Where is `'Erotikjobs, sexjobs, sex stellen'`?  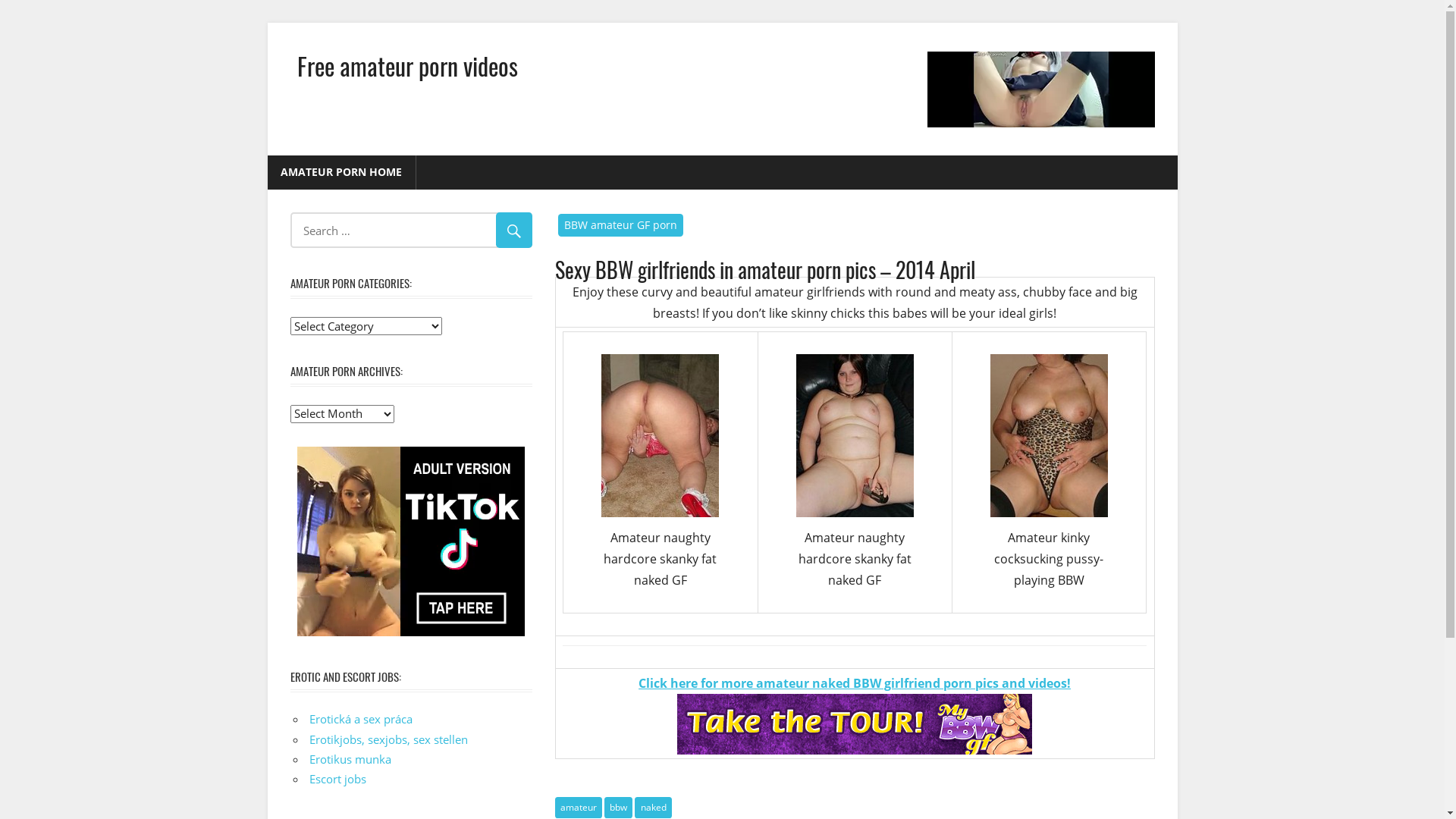 'Erotikjobs, sexjobs, sex stellen' is located at coordinates (388, 738).